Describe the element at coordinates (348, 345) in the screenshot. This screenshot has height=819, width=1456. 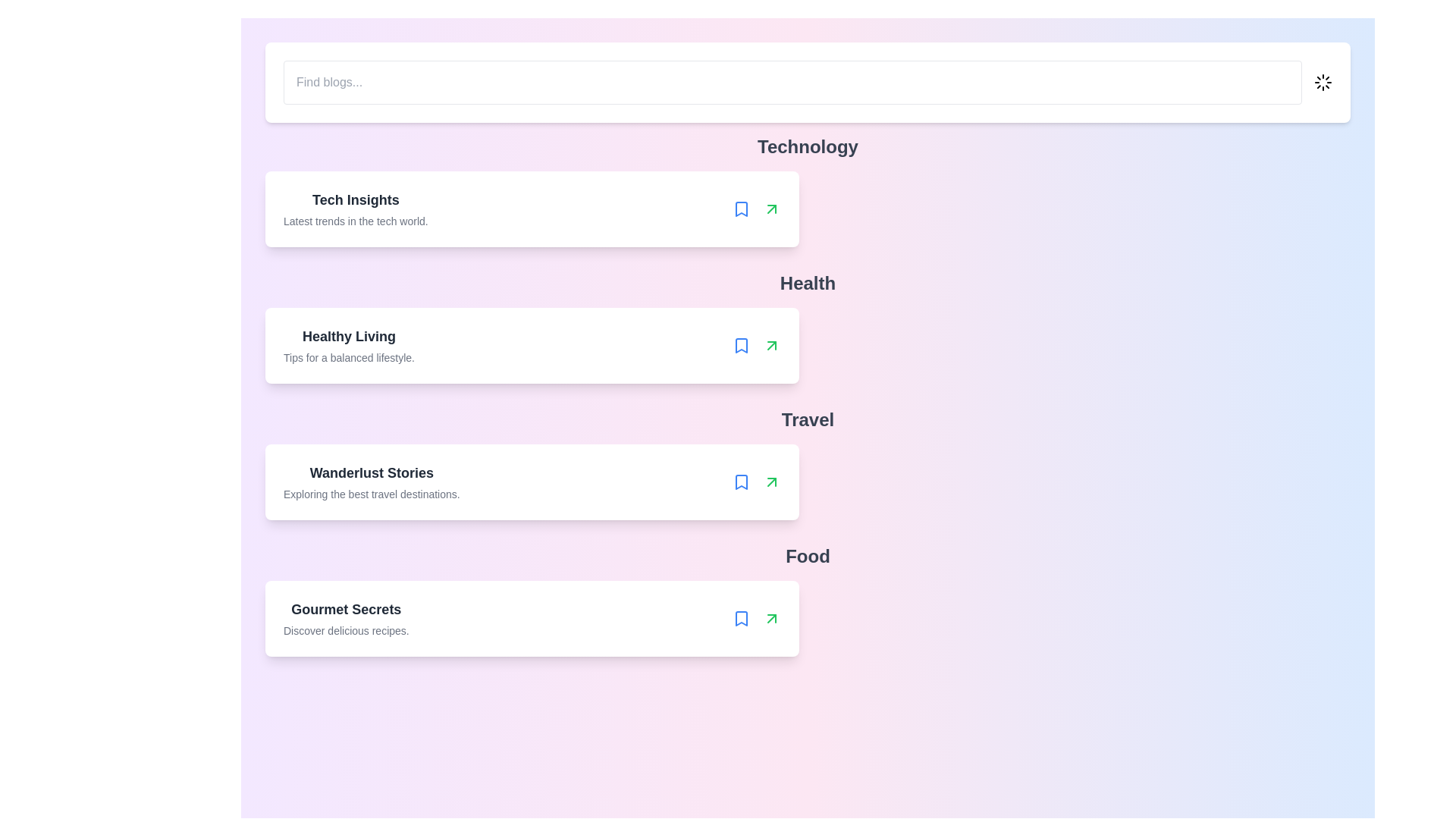
I see `the 'Healthy Living' text block, which is the second card in the 'Health' category, located directly below the 'Tech Insights' card` at that location.